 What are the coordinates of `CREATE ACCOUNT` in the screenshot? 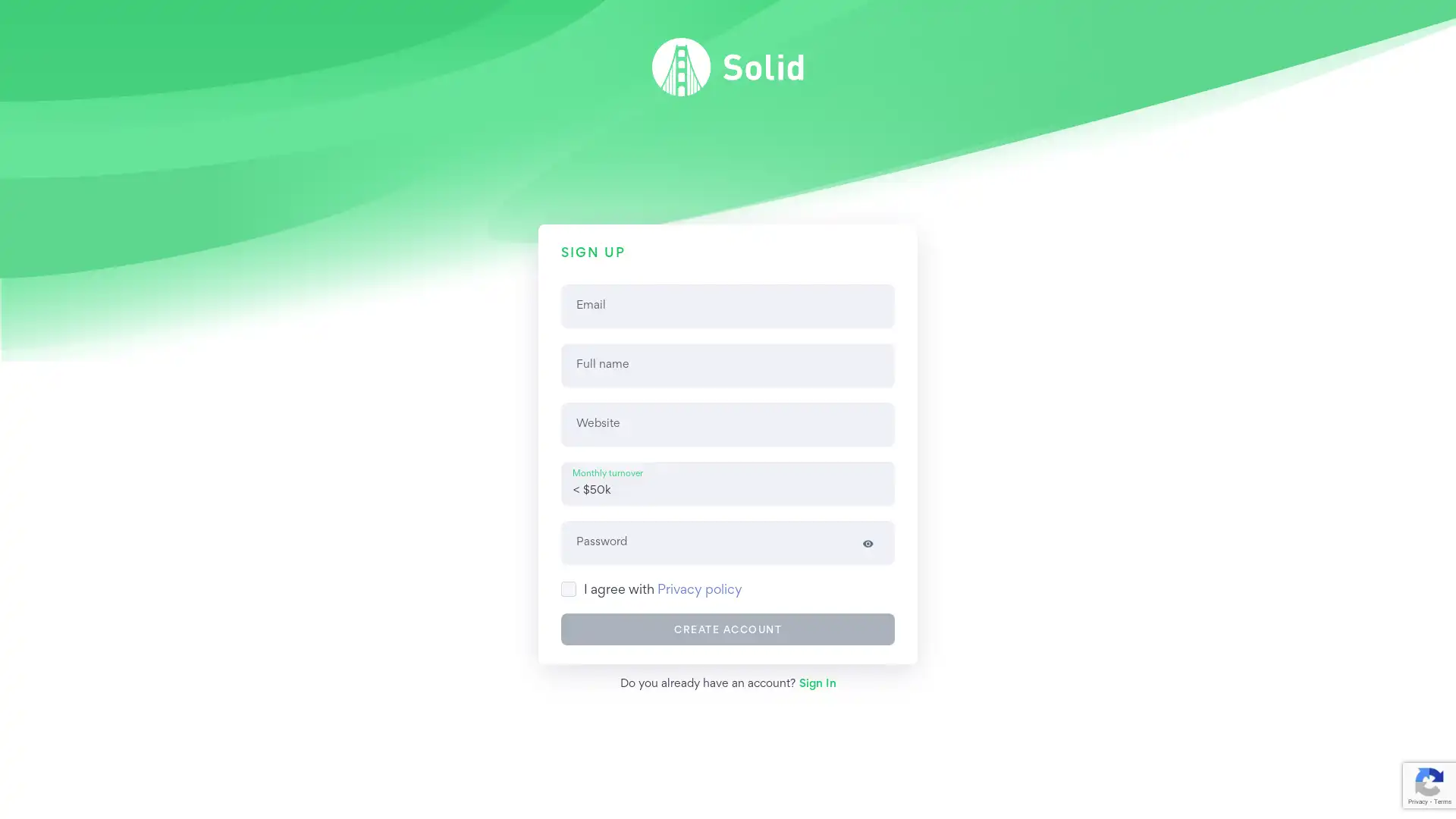 It's located at (728, 629).